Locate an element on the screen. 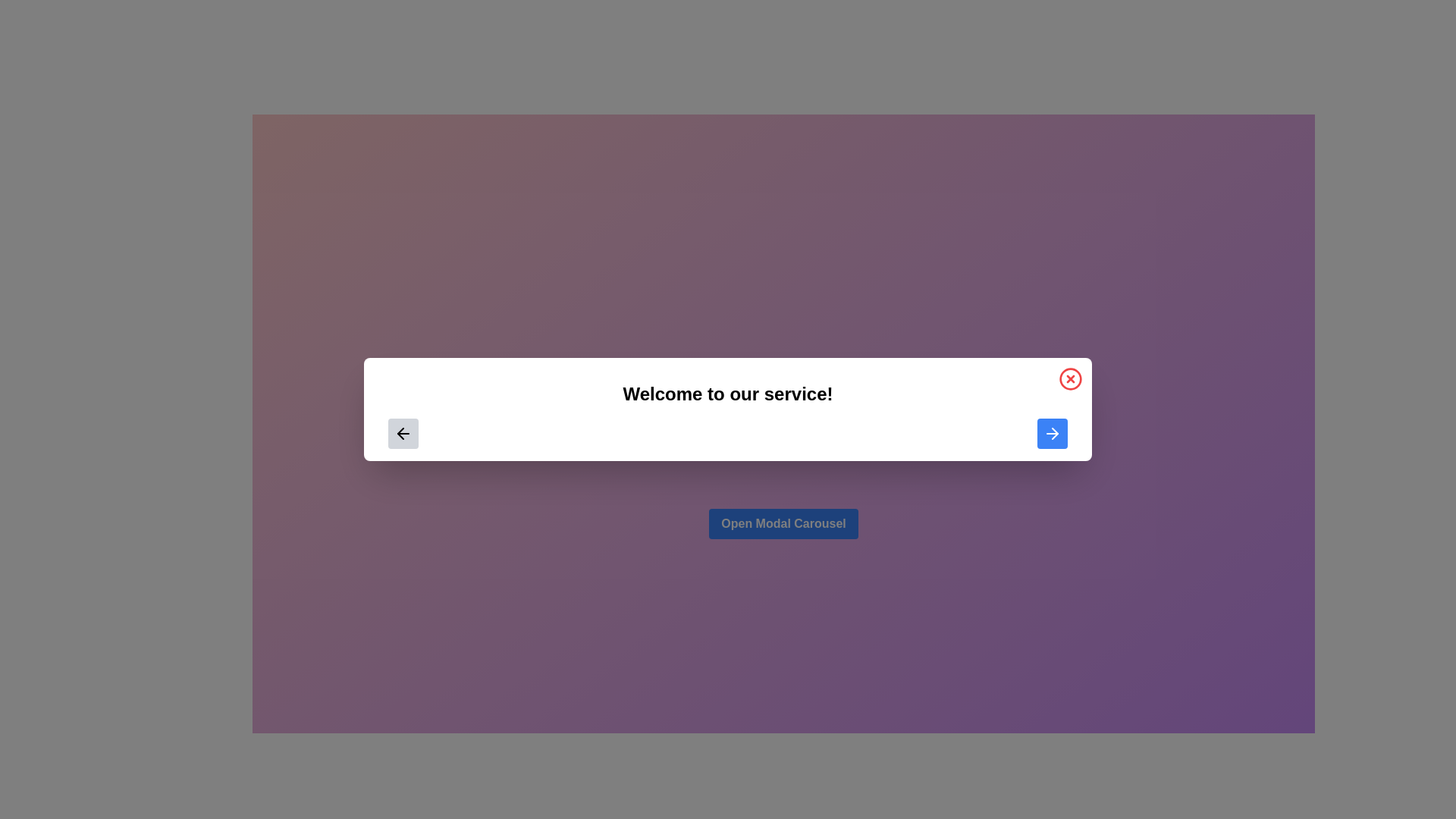  the right-pointing arrow icon within the blue circular button located at the bottom-right corner of the modal is located at coordinates (1051, 433).